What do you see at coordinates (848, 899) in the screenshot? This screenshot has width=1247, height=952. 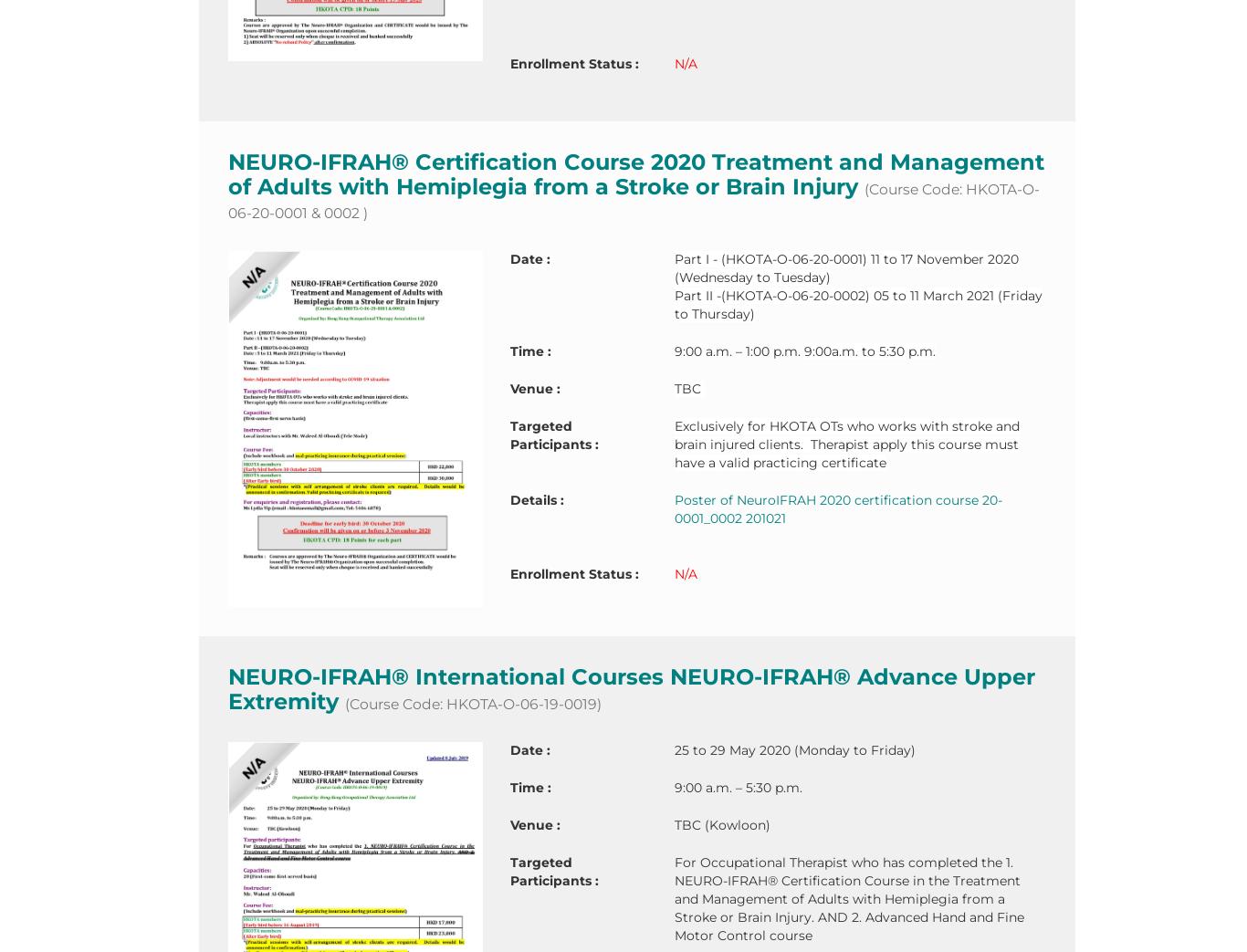 I see `'For Occupational Therapist who has completed the 1. NEURO-IFRAH® Certification Course in the Treatment and Management of Adults with Hemiplegia from a Stroke or Brain Injury. AND 2. Advanced Hand and Fine Motor Control course'` at bounding box center [848, 899].